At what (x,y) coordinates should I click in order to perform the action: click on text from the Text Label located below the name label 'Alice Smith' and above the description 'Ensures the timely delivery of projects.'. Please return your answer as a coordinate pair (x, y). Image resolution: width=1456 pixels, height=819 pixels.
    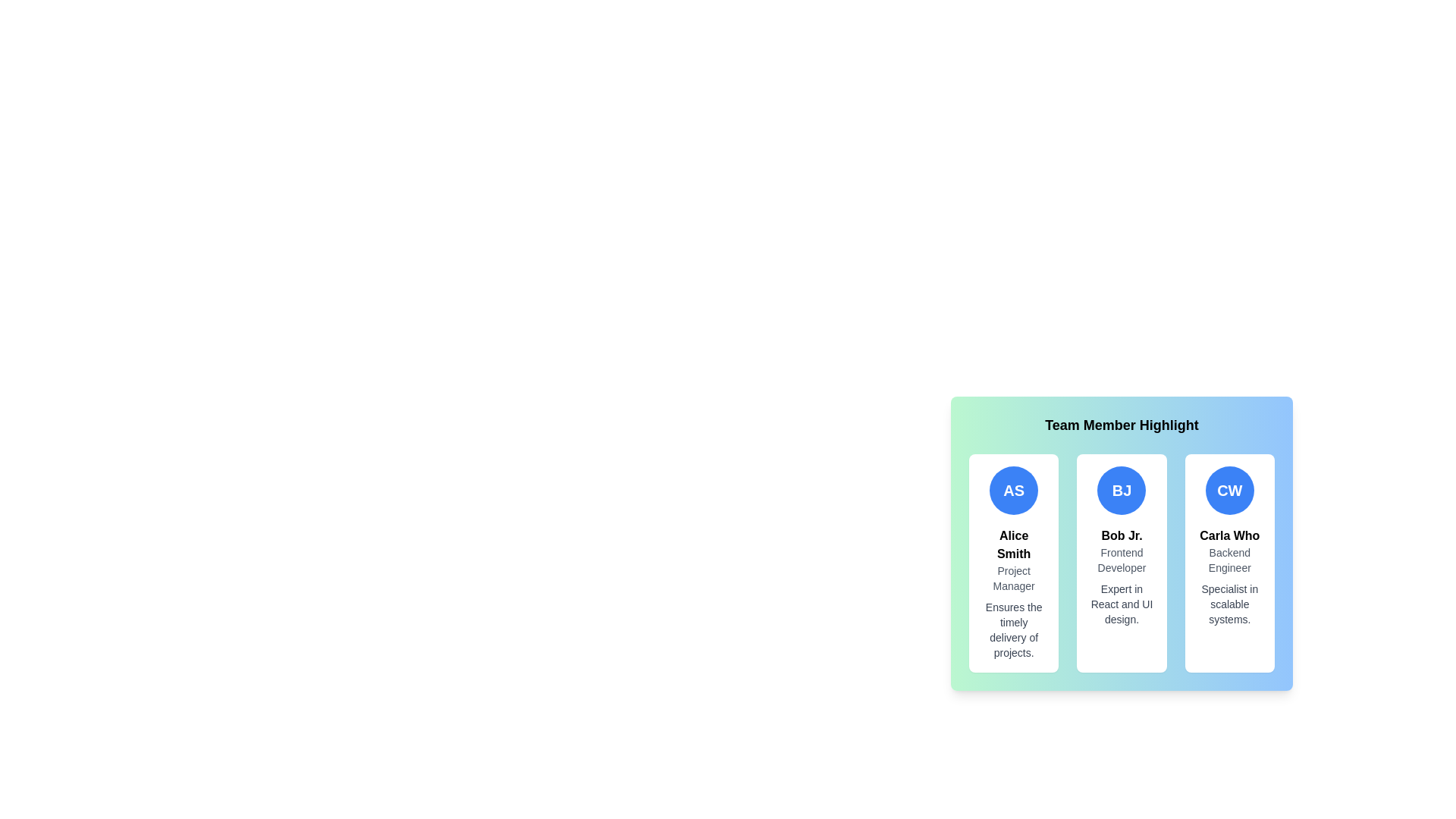
    Looking at the image, I should click on (1014, 579).